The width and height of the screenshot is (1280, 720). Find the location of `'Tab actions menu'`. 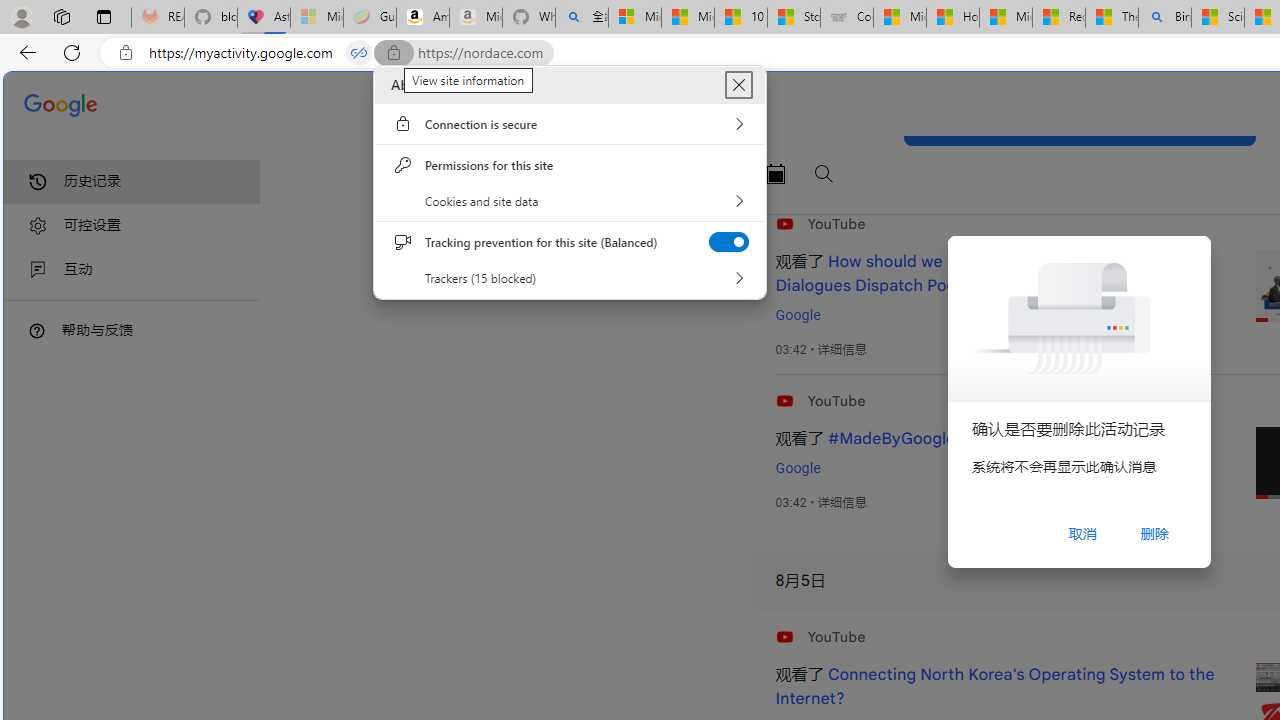

'Tab actions menu' is located at coordinates (103, 16).